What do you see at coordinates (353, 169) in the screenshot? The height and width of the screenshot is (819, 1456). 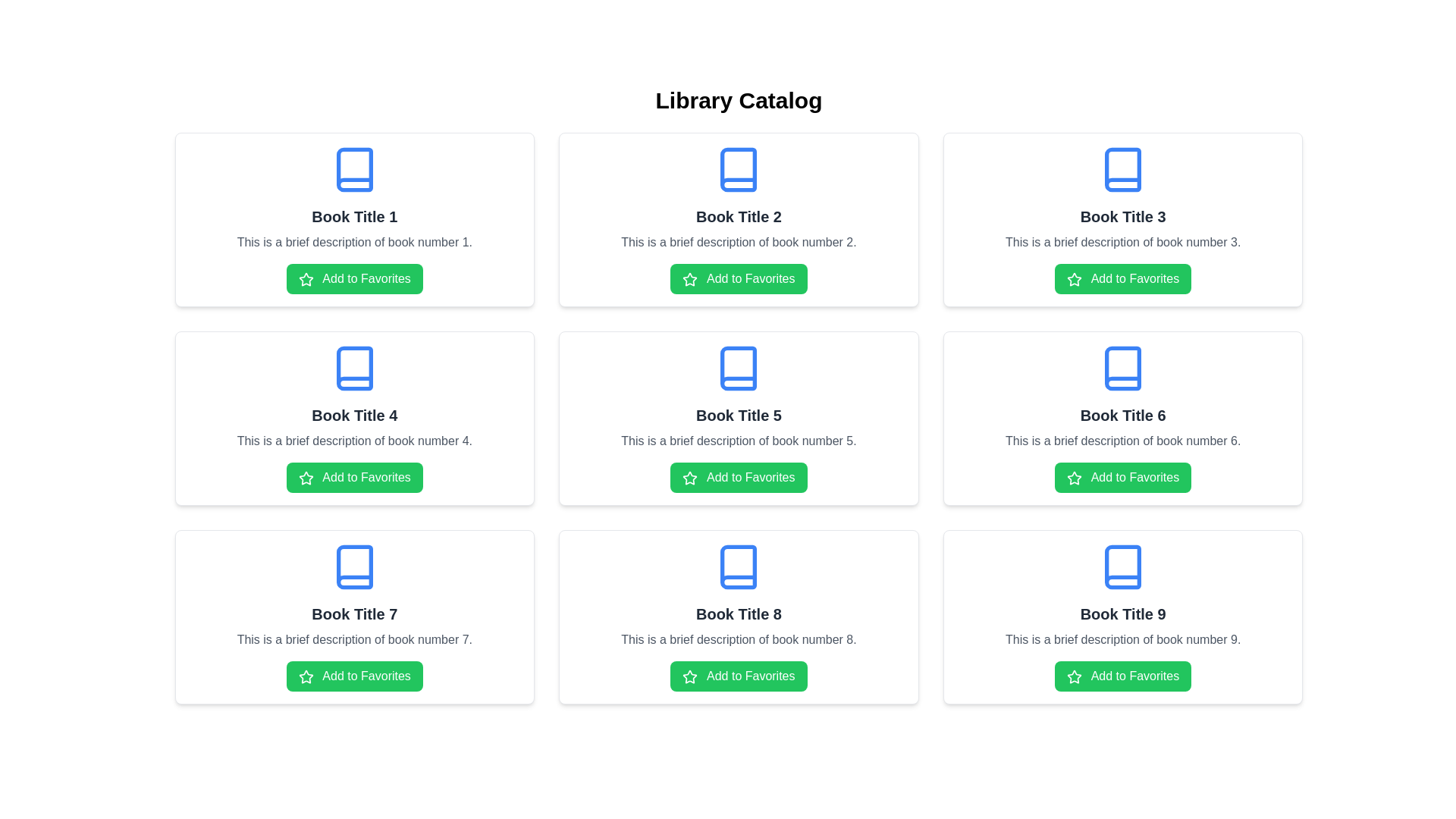 I see `the icon representing the book in the card labeled 'Book Title 1', which is located at the top center of the card, above the title and description text` at bounding box center [353, 169].